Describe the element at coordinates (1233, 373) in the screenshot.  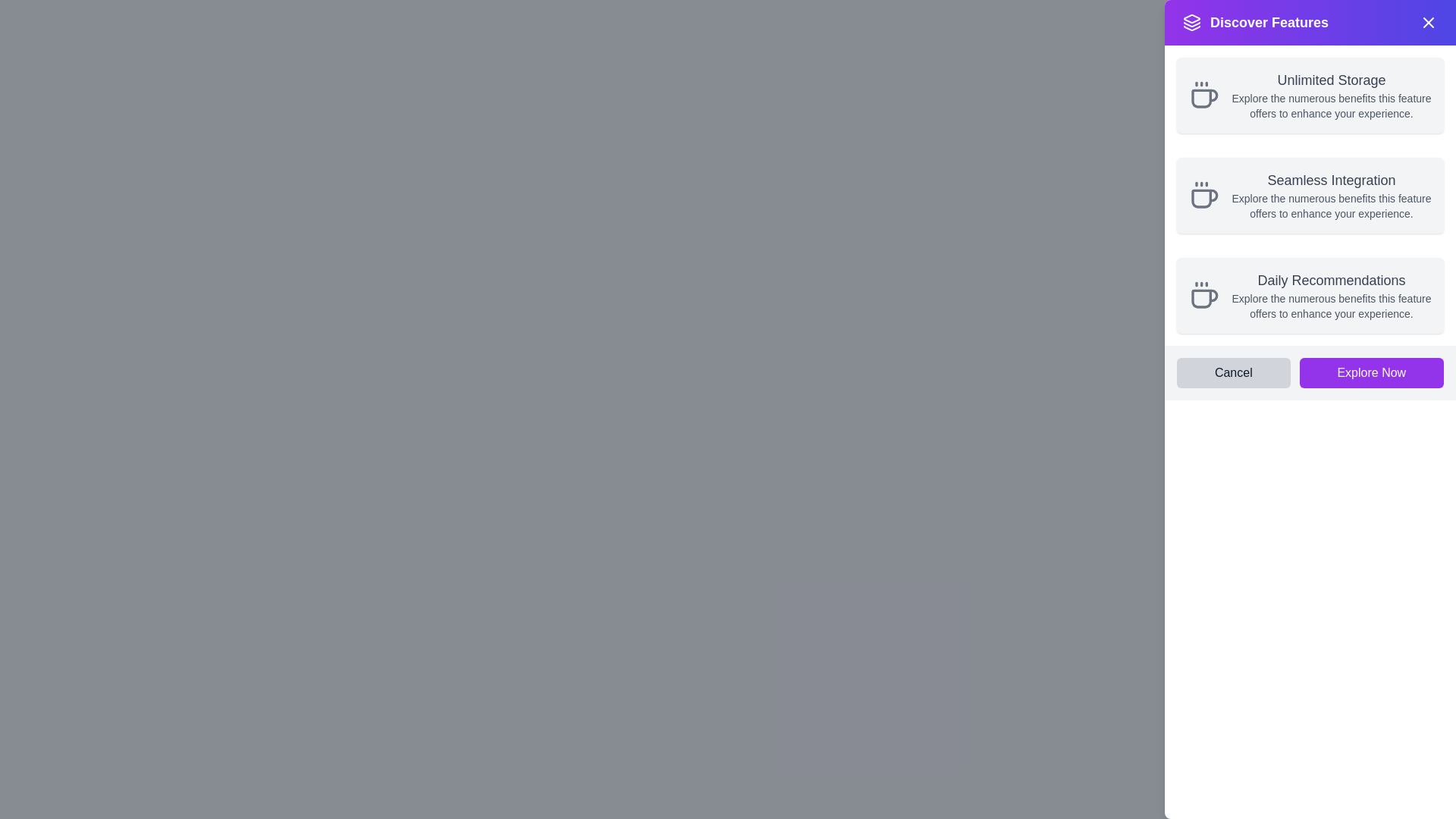
I see `the 'Cancel' button, which has a rounded shape, a light gray background, and black text` at that location.